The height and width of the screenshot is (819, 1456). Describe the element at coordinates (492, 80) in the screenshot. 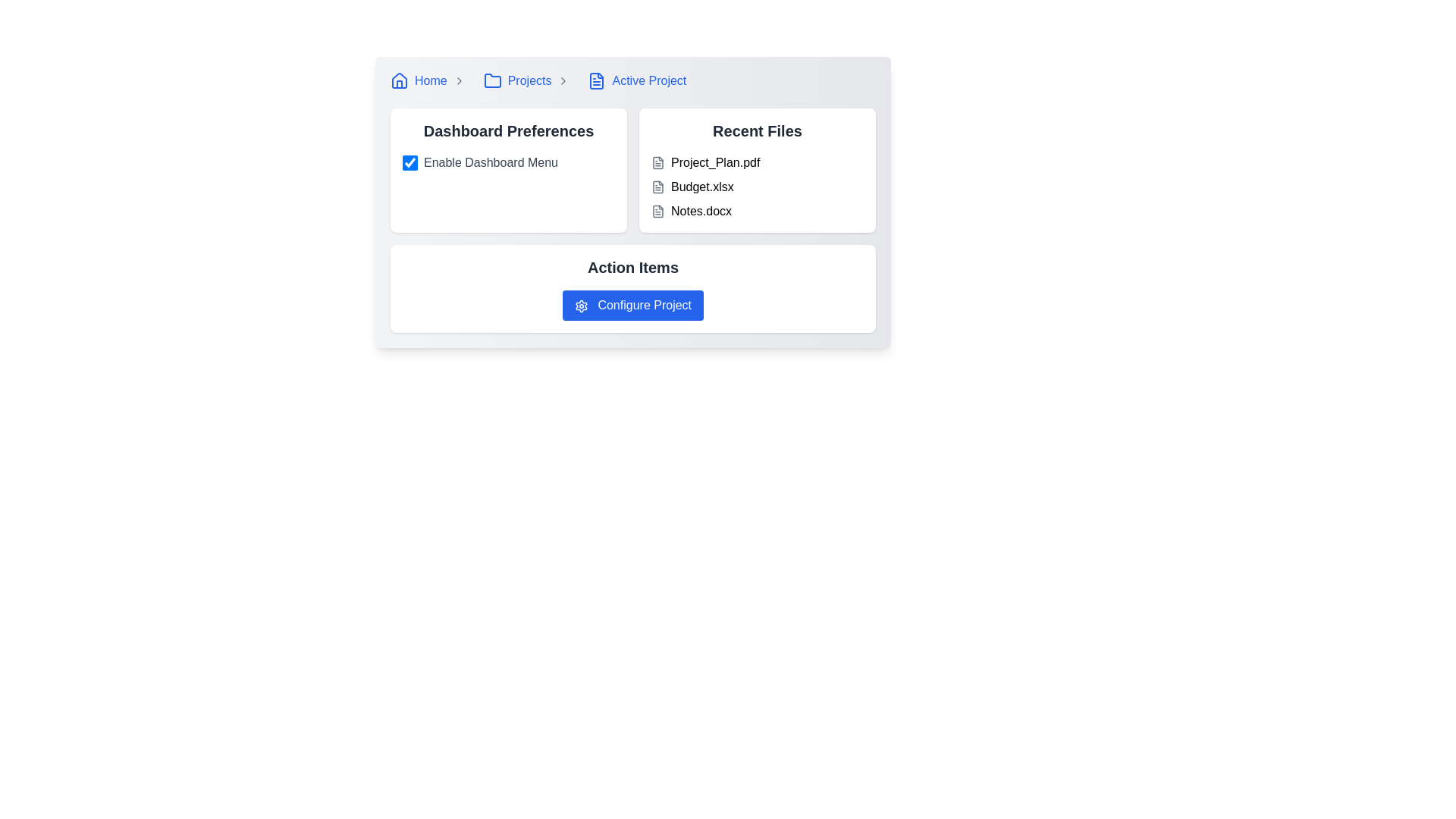

I see `the folder icon representing the 'Projects' page in the breadcrumb trail navigation` at that location.